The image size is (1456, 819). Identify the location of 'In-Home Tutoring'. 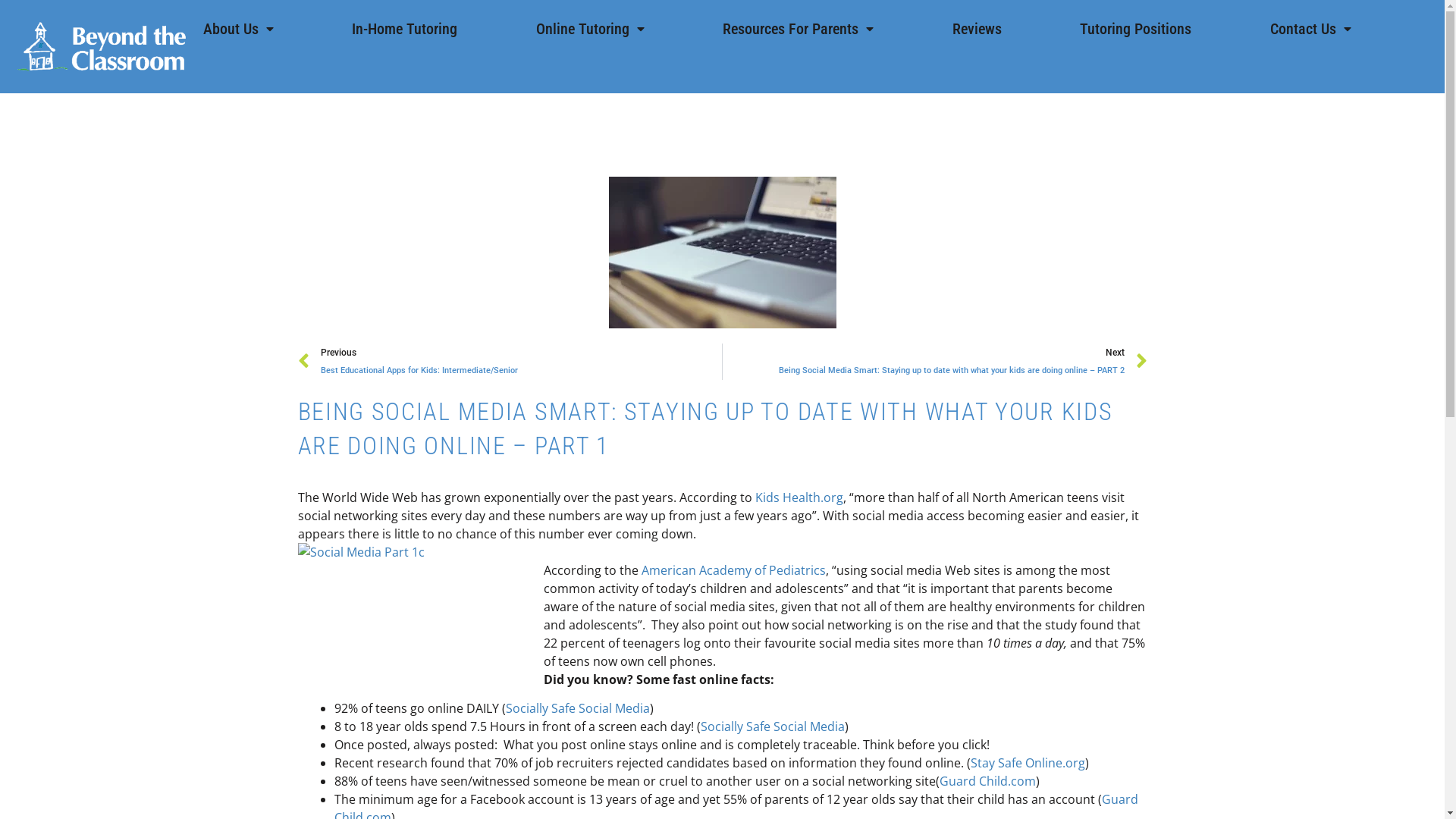
(404, 29).